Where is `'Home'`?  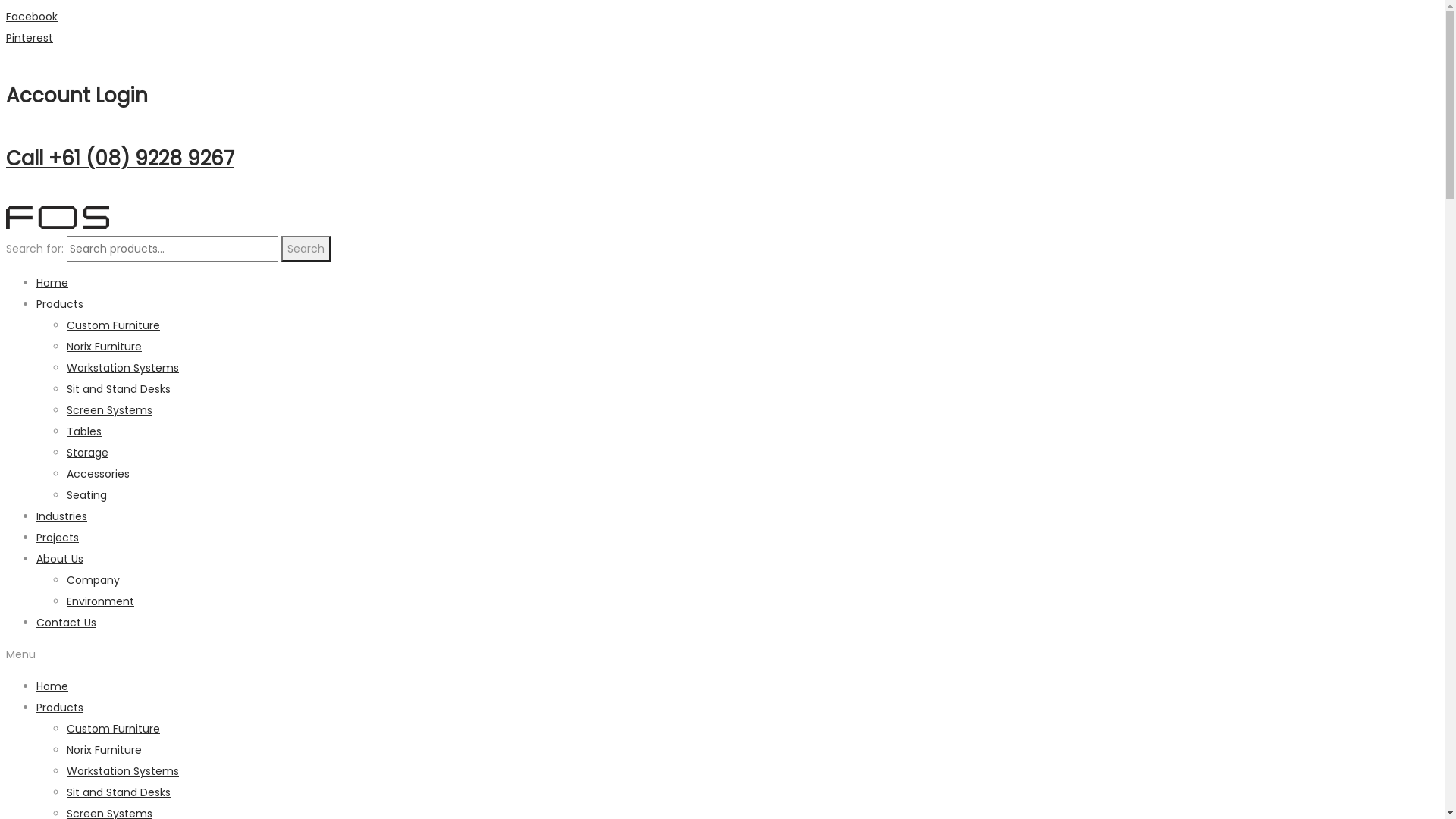 'Home' is located at coordinates (52, 283).